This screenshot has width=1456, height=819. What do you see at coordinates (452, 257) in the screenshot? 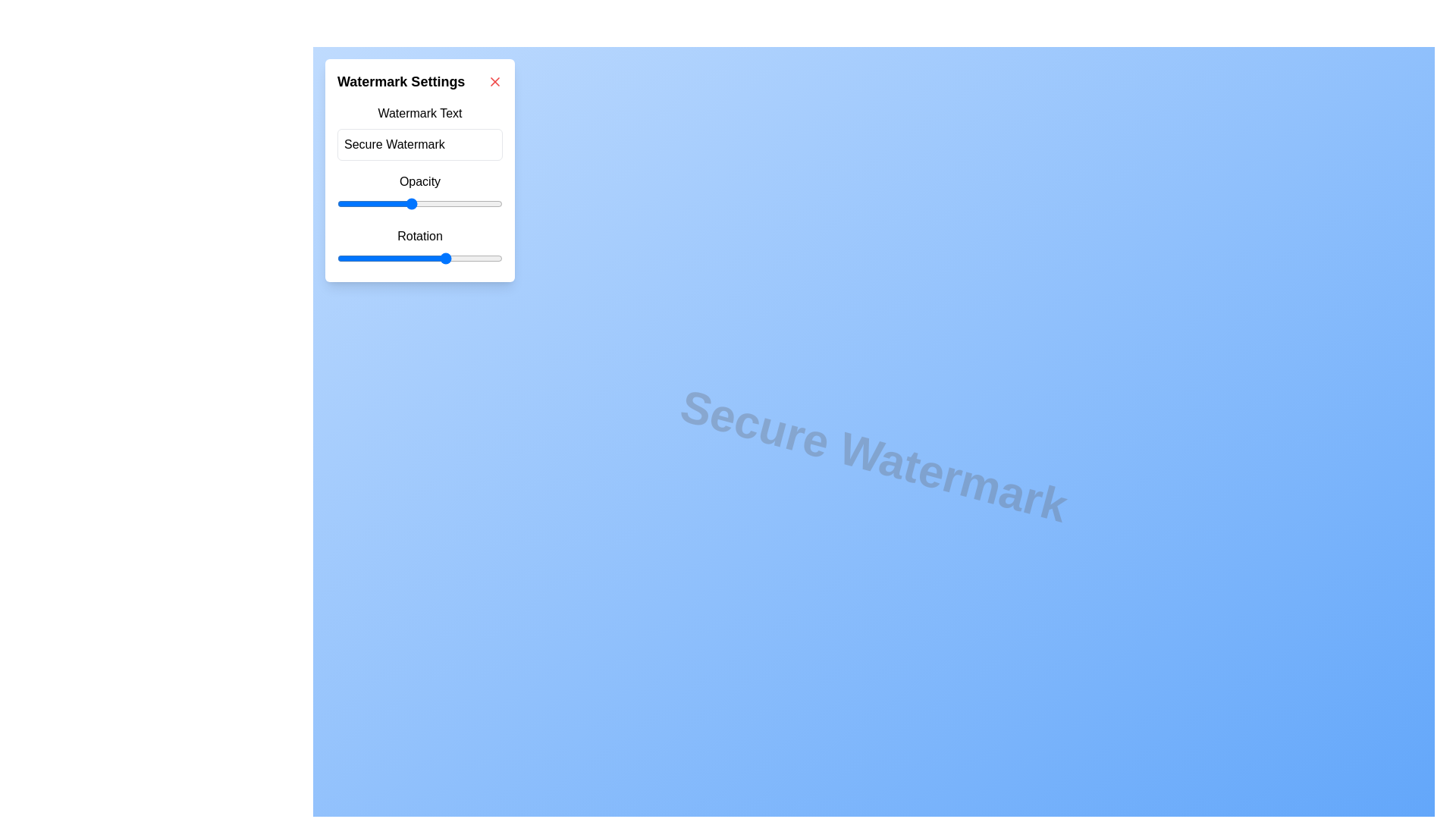
I see `the rotation` at bounding box center [452, 257].